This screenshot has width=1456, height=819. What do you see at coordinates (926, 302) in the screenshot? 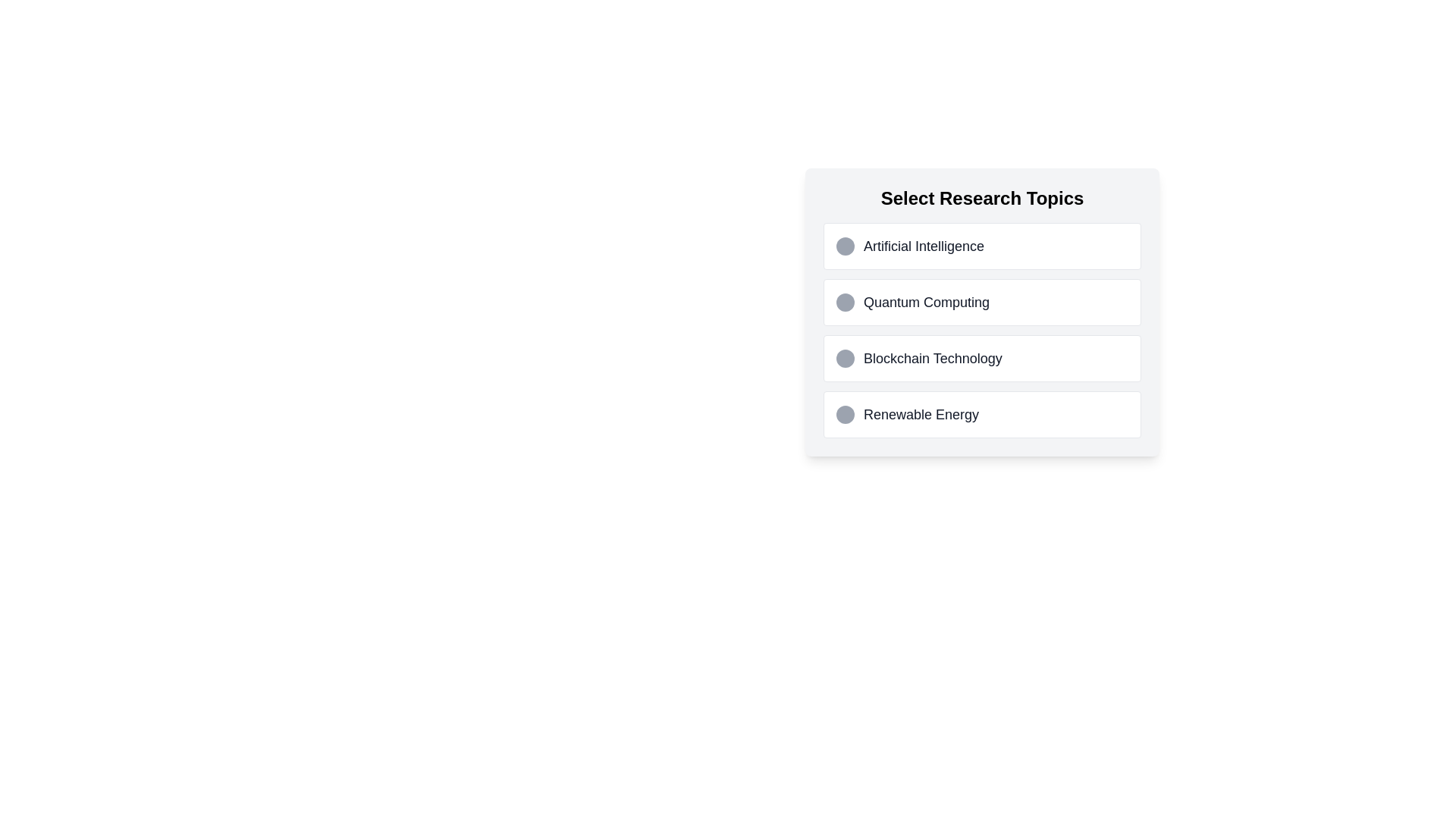
I see `the text label displaying 'Quantum Computing', which is styled in a larger dark gray sans-serif font and positioned below 'Artificial Intelligence' in a vertical list of research topics` at bounding box center [926, 302].